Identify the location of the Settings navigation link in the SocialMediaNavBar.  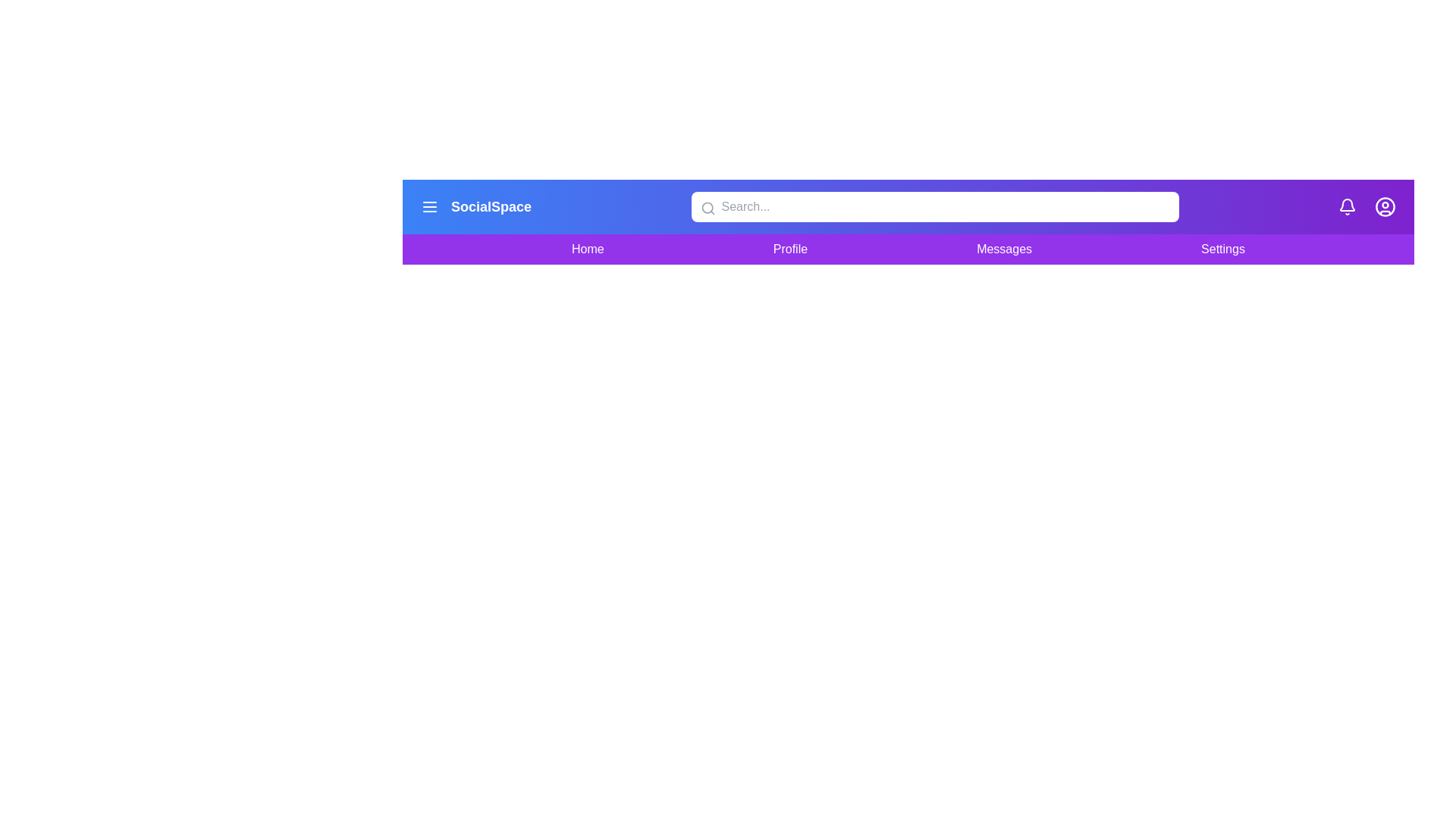
(1222, 248).